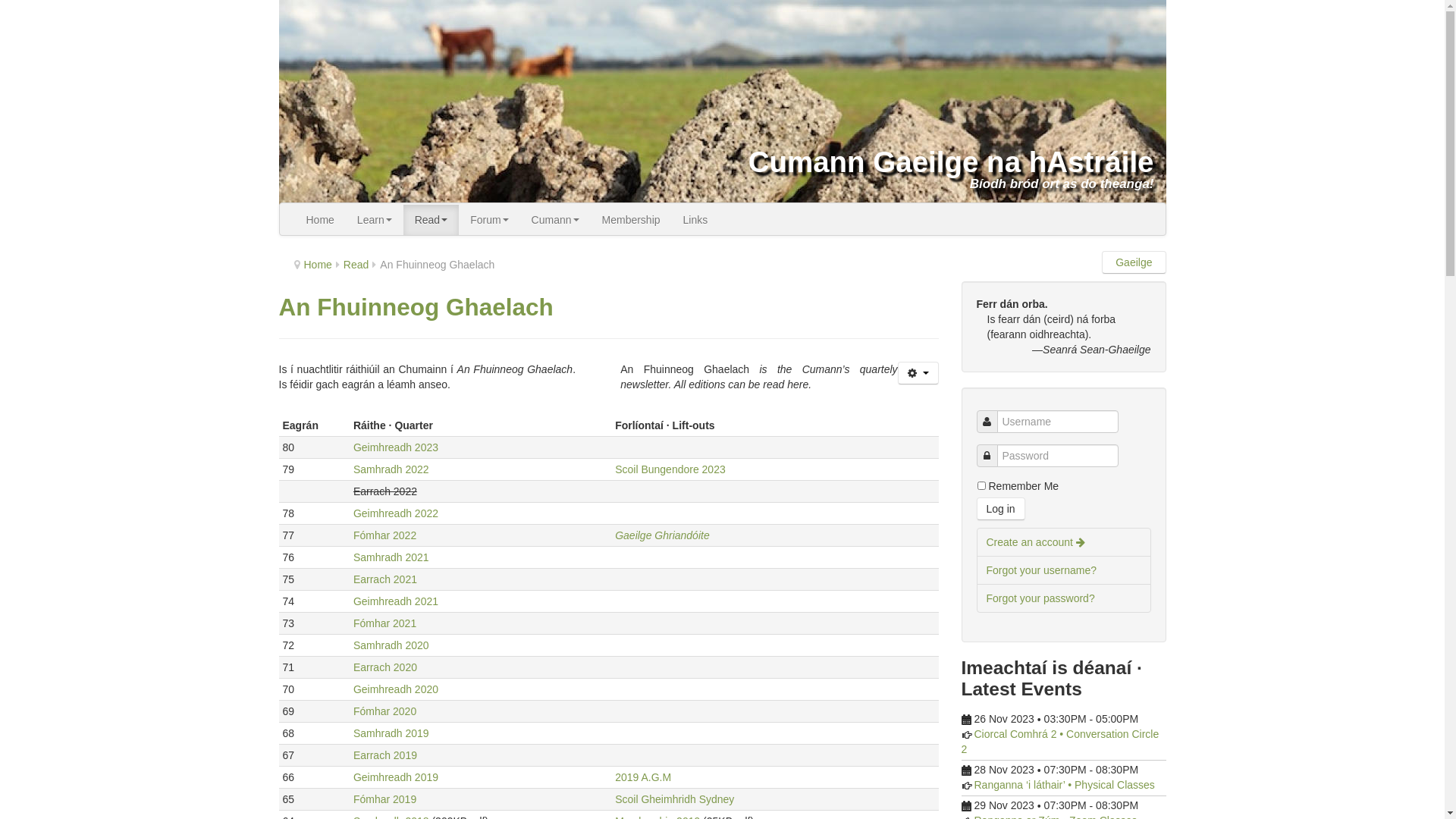  What do you see at coordinates (385, 579) in the screenshot?
I see `'Earrach 2021'` at bounding box center [385, 579].